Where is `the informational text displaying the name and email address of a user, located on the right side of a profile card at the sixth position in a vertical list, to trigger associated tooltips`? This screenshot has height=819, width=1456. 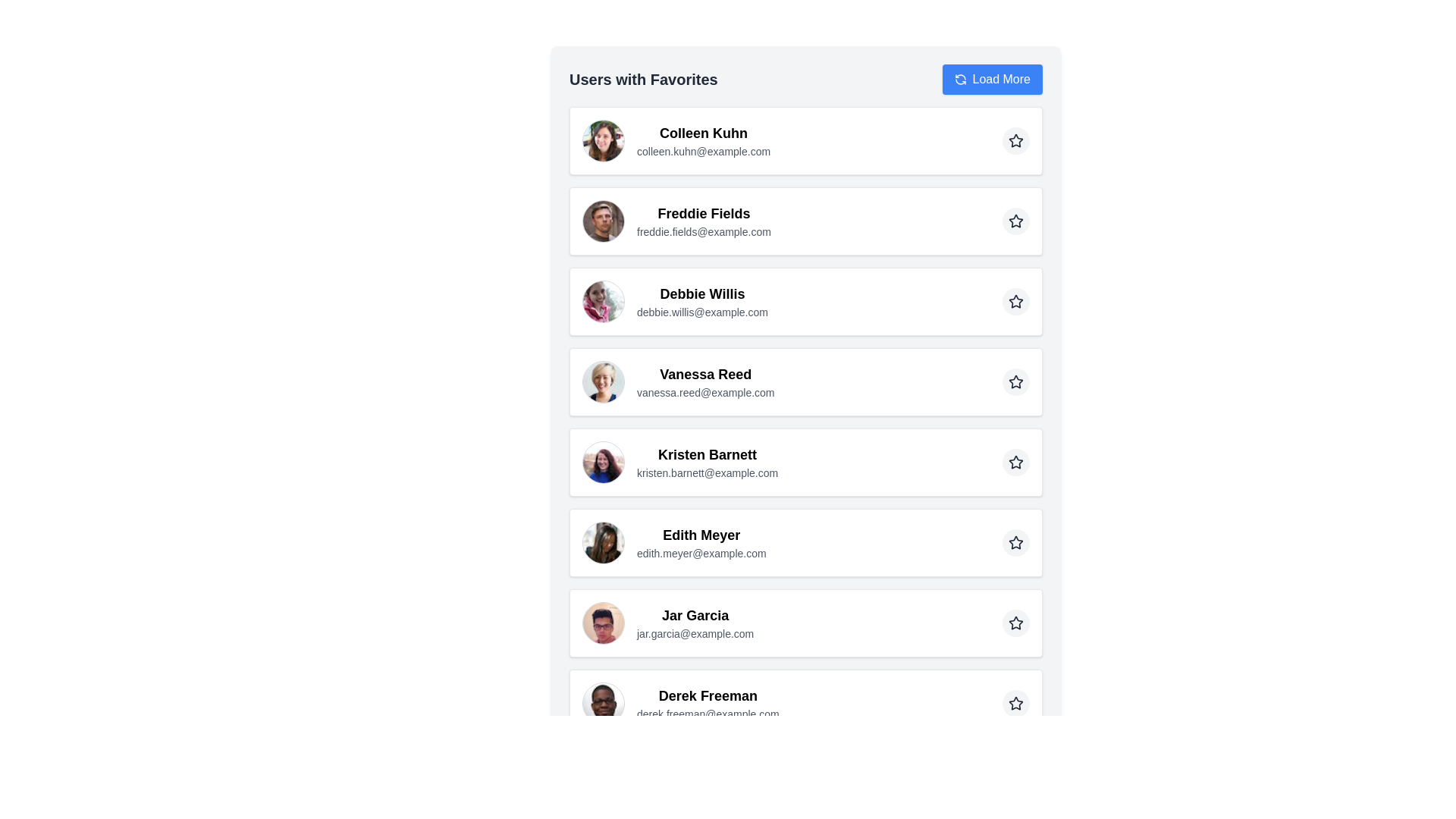 the informational text displaying the name and email address of a user, located on the right side of a profile card at the sixth position in a vertical list, to trigger associated tooltips is located at coordinates (701, 542).